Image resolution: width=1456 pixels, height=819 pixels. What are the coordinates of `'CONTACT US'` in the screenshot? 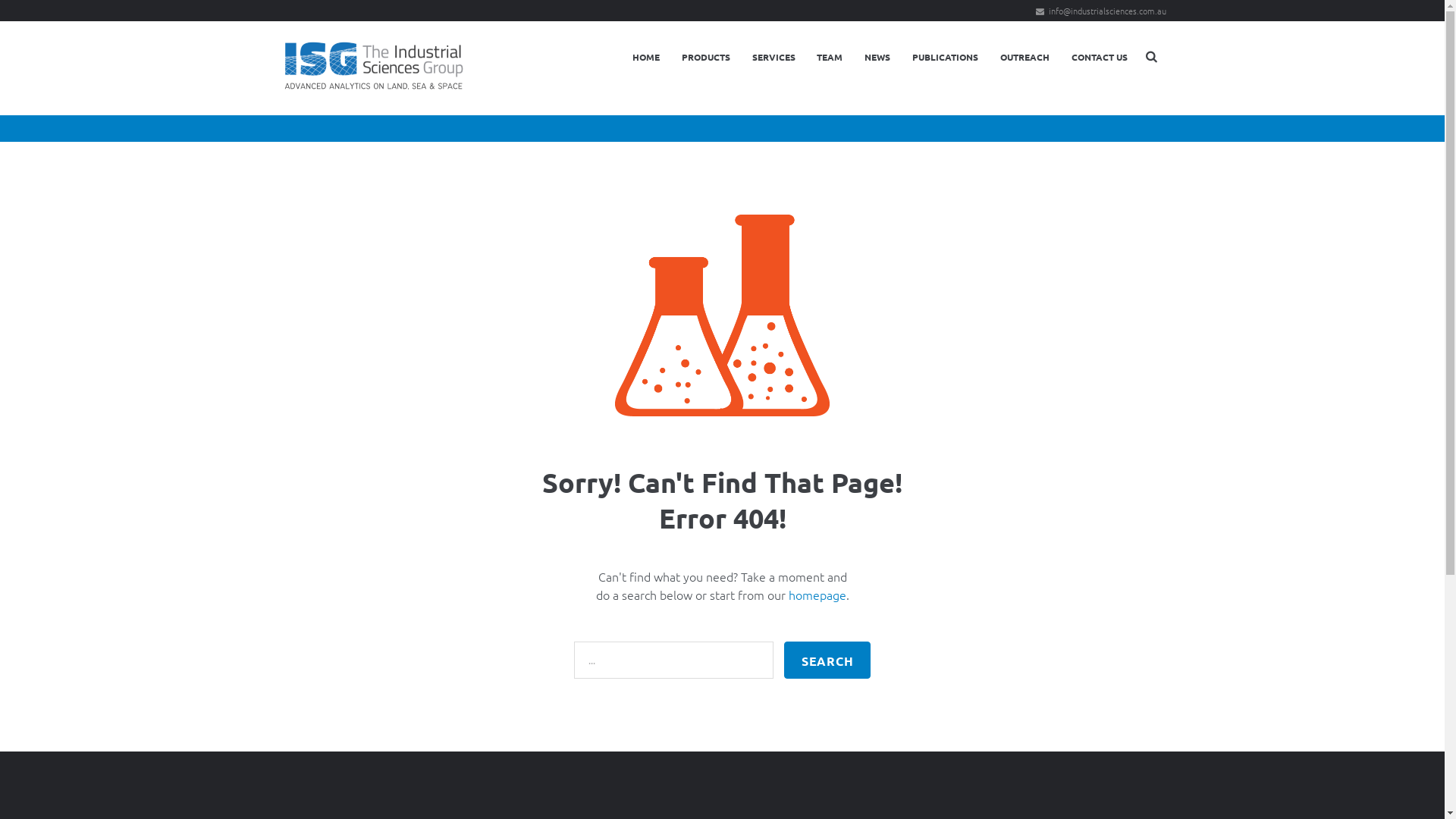 It's located at (1099, 56).